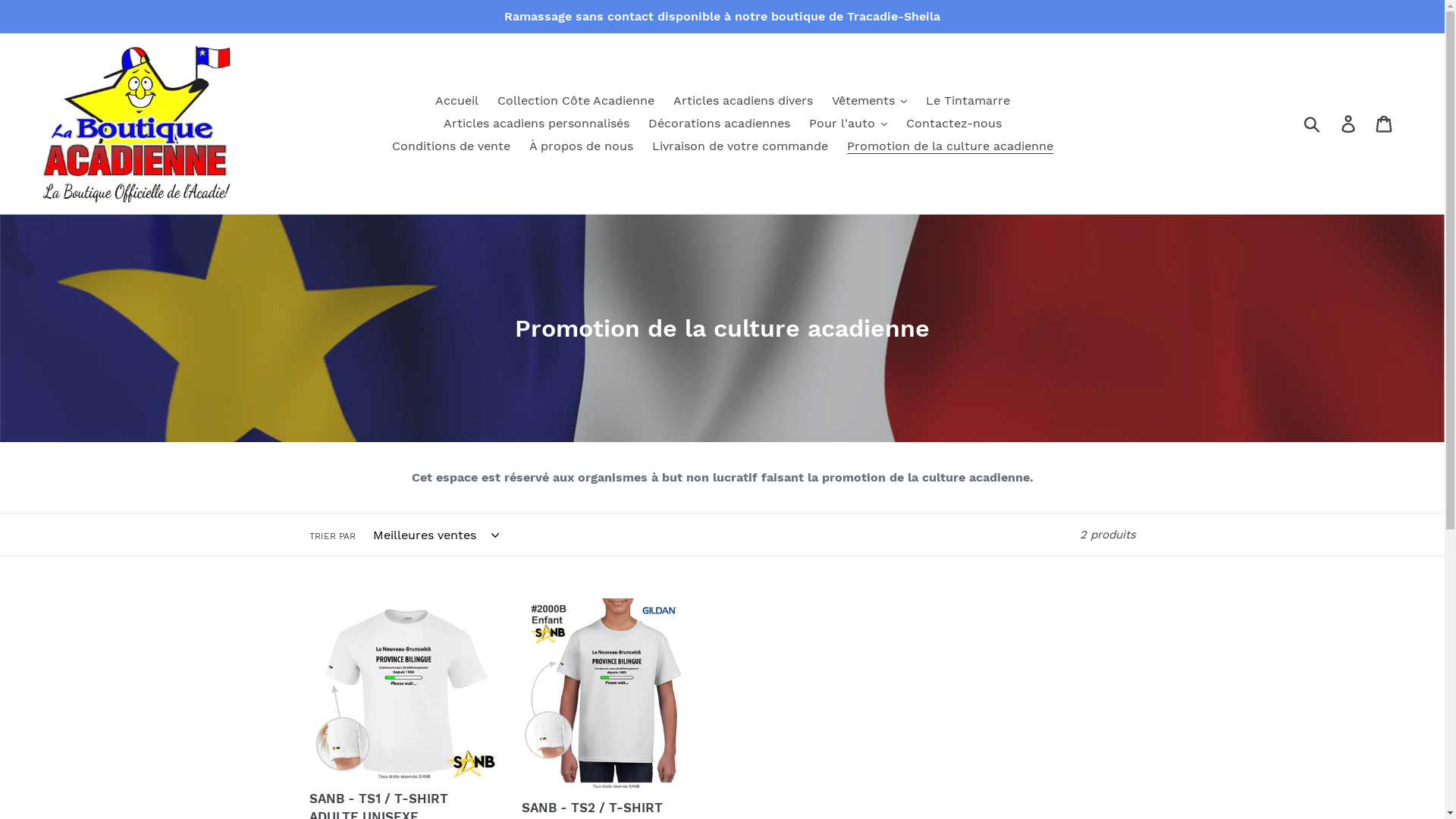 This screenshot has height=819, width=1456. Describe the element at coordinates (1385, 123) in the screenshot. I see `'Panier'` at that location.